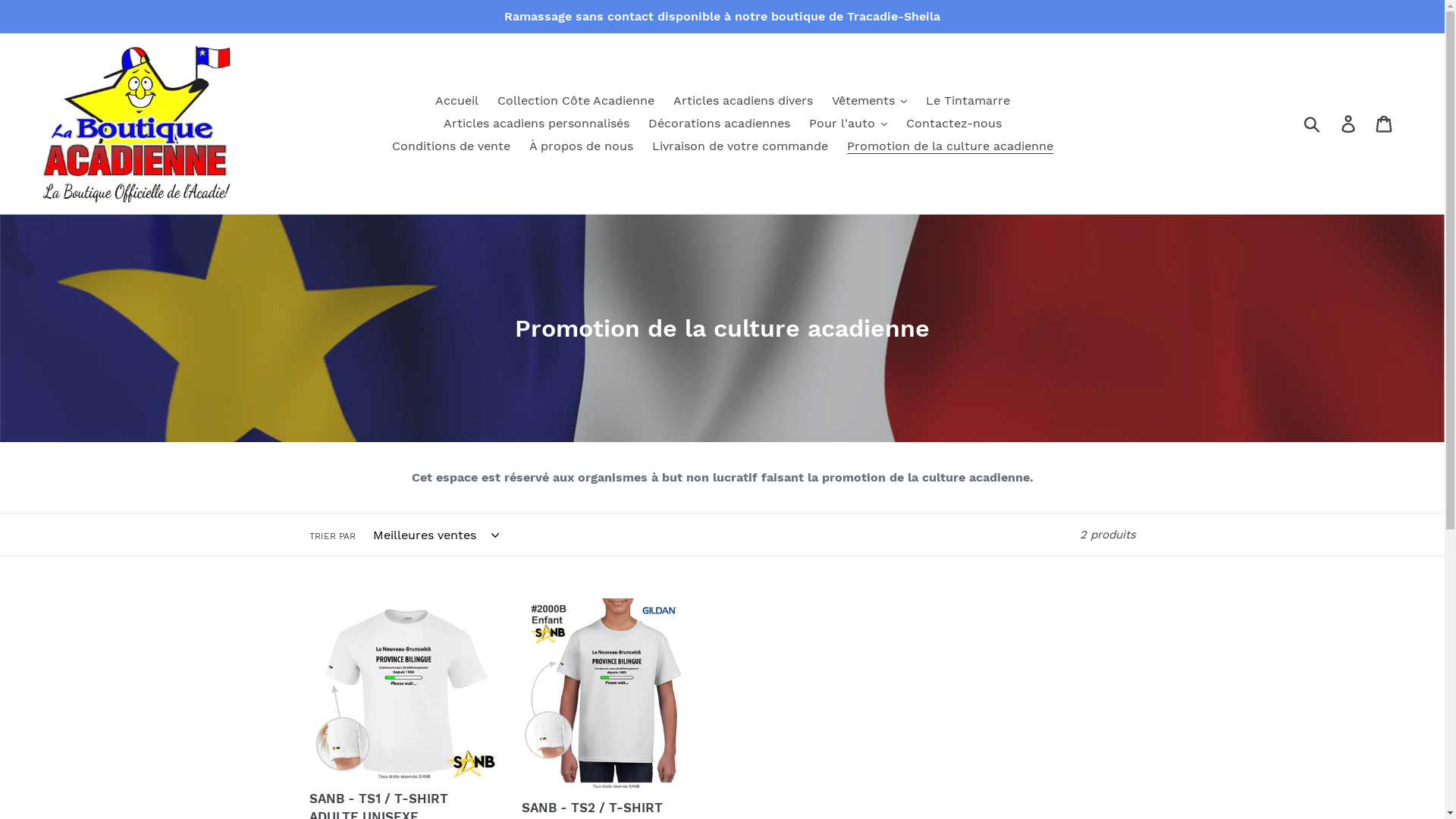 This screenshot has height=819, width=1456. Describe the element at coordinates (1385, 123) in the screenshot. I see `'Panier'` at that location.